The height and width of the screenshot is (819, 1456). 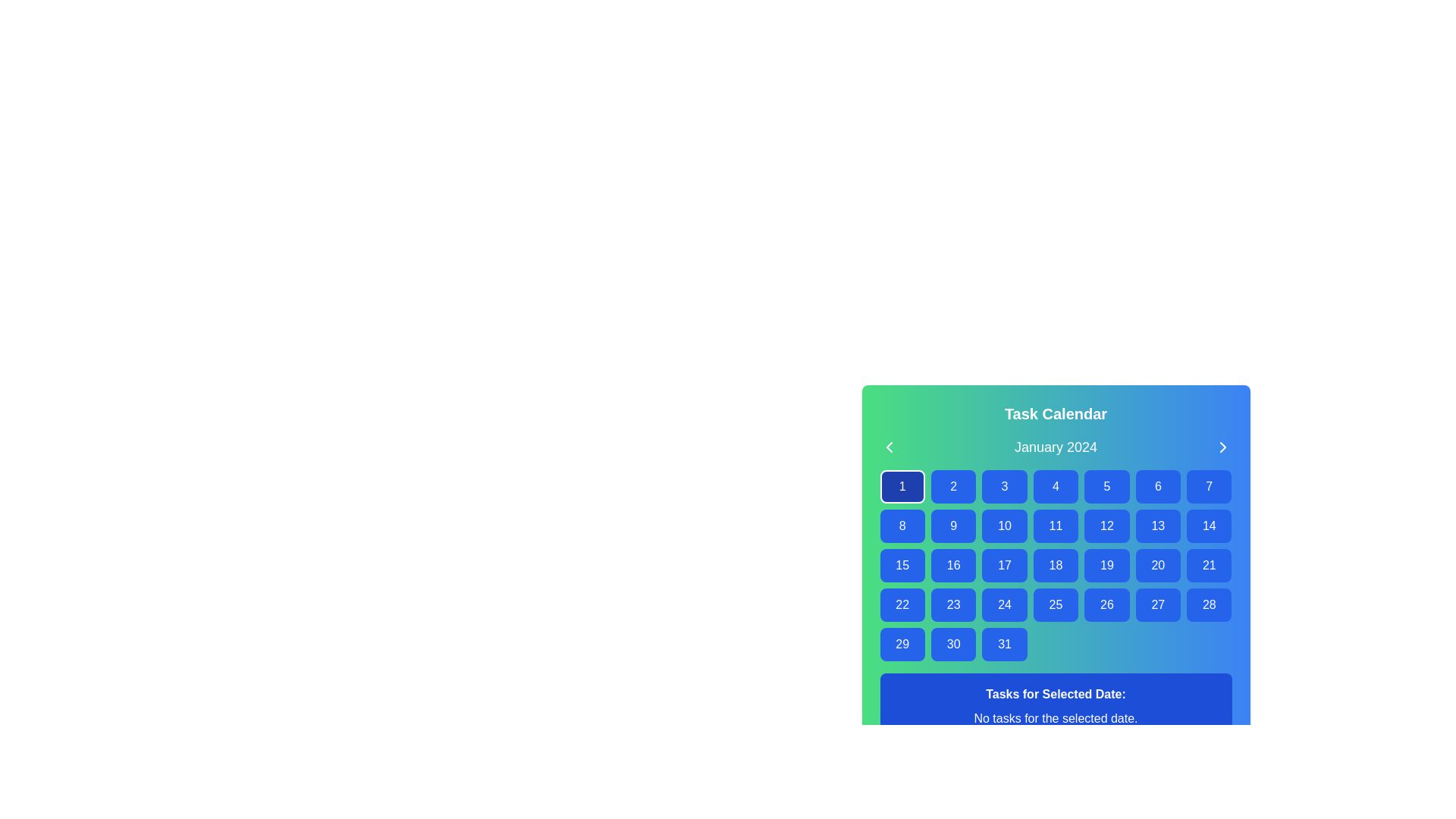 I want to click on the button displaying '21' in white text on a vibrant blue background located in the third row and seventh column of the calendar grid, so click(x=1208, y=565).